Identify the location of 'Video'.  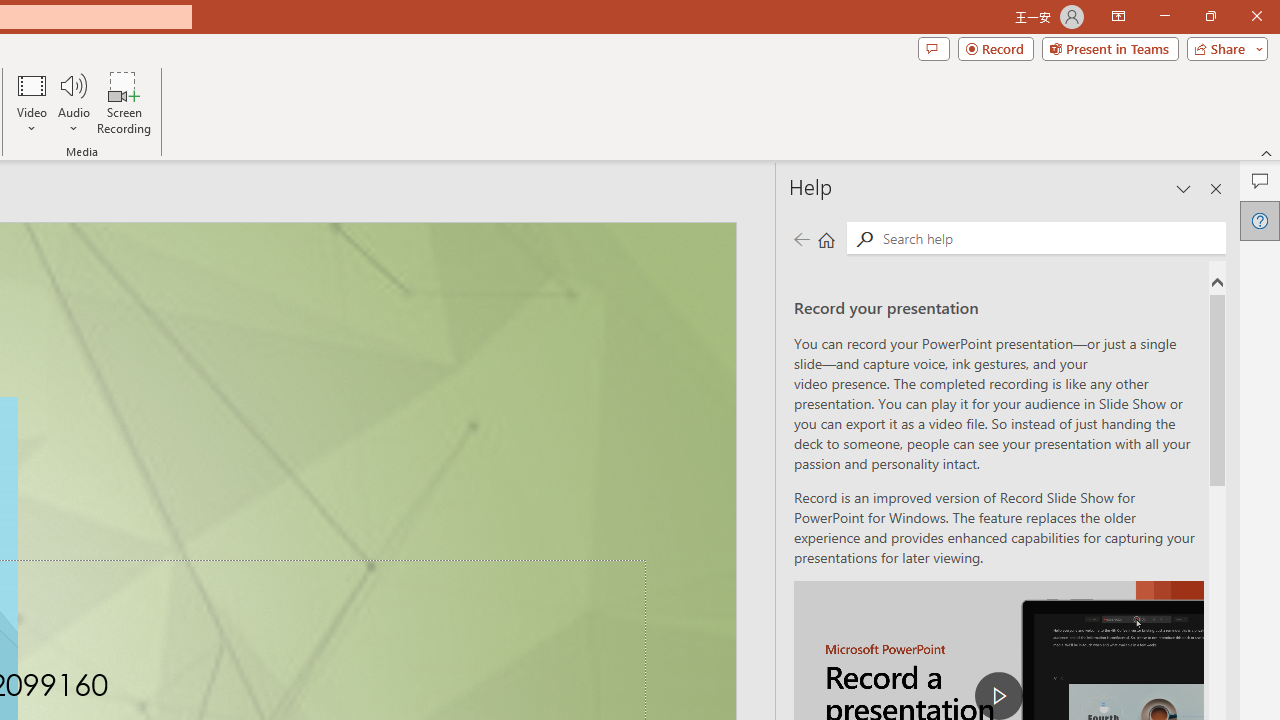
(32, 103).